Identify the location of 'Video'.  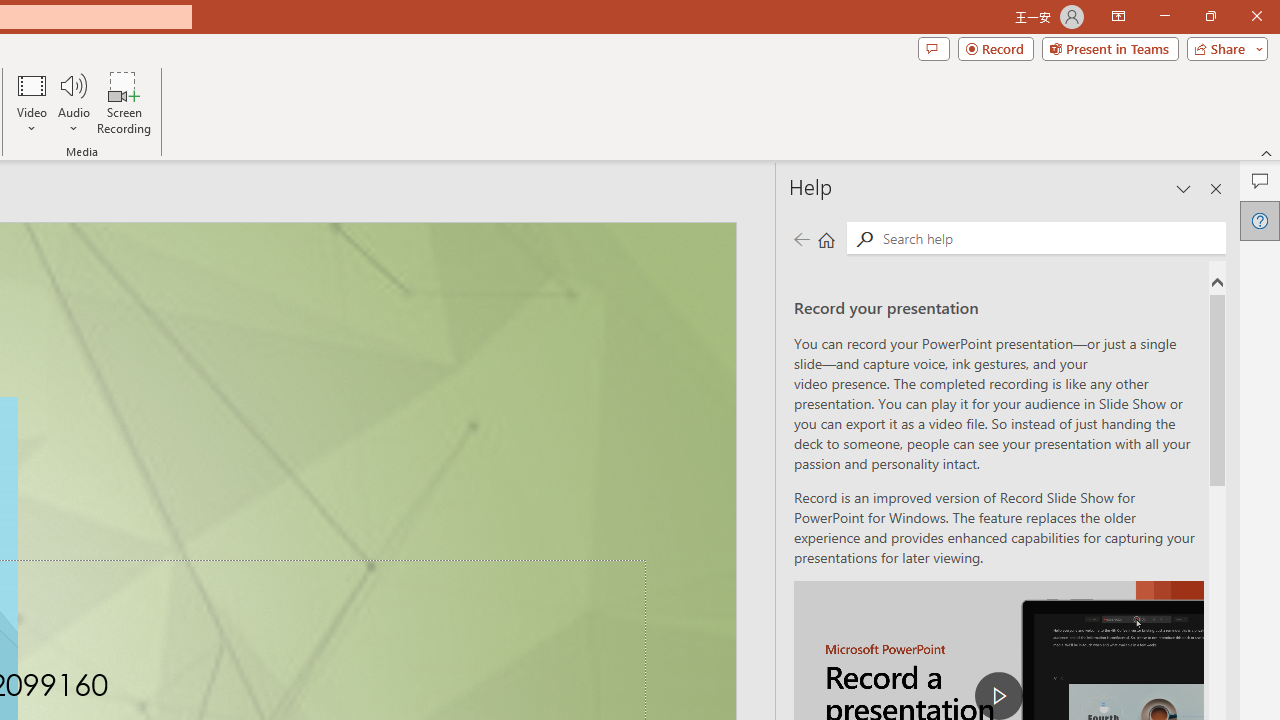
(32, 103).